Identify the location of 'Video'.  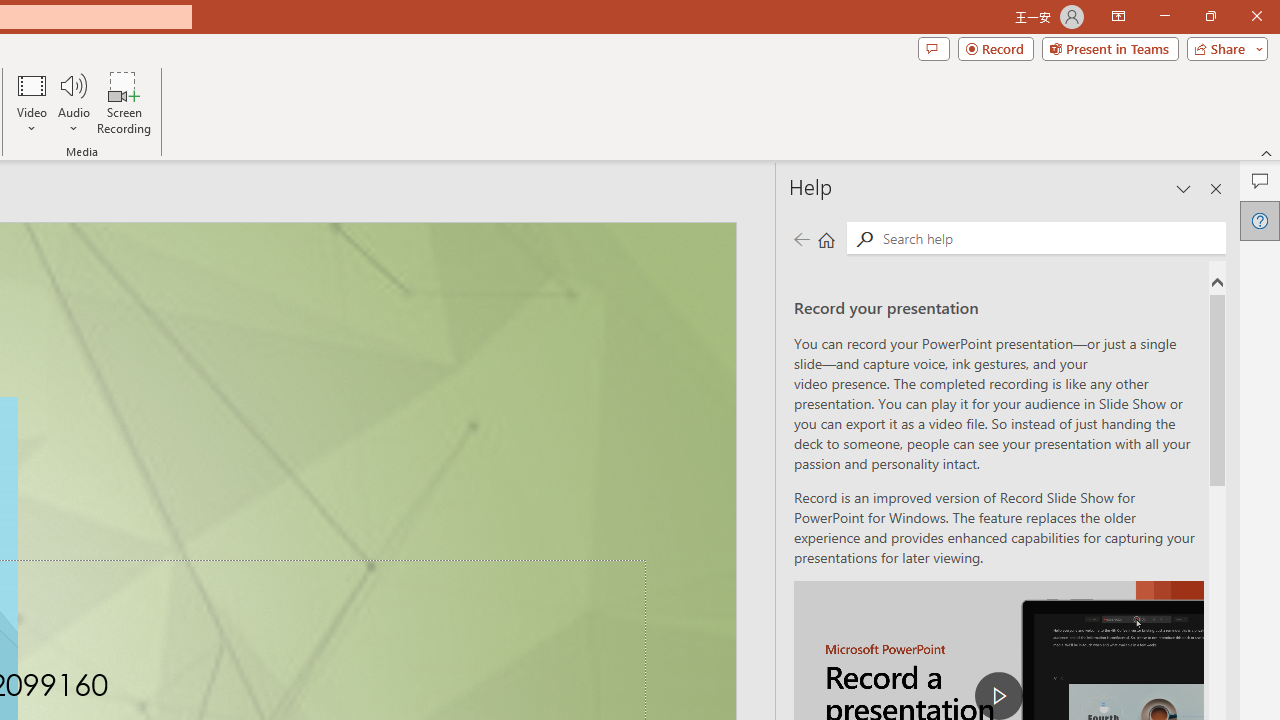
(32, 103).